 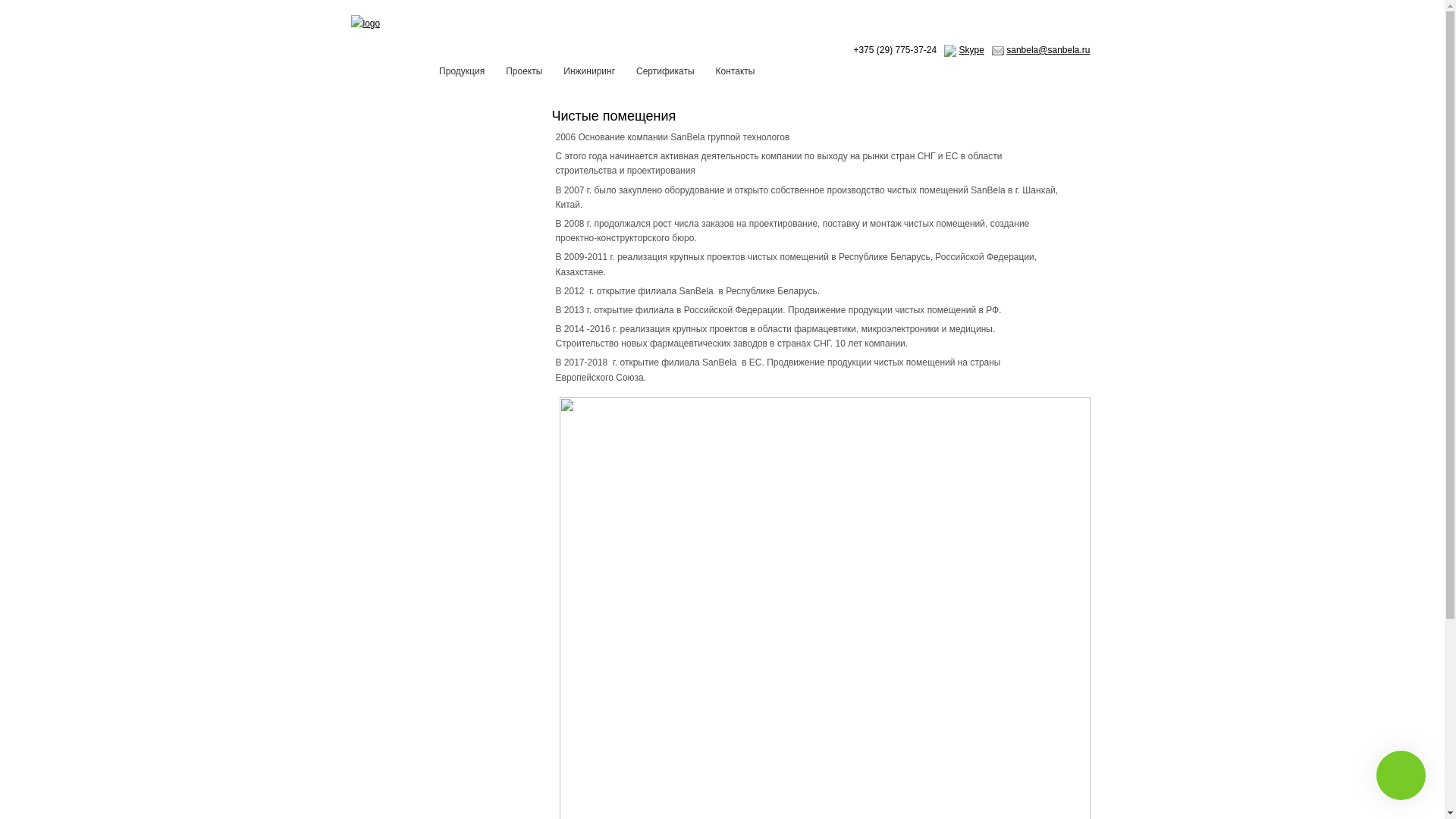 I want to click on 'Skype', so click(x=971, y=49).